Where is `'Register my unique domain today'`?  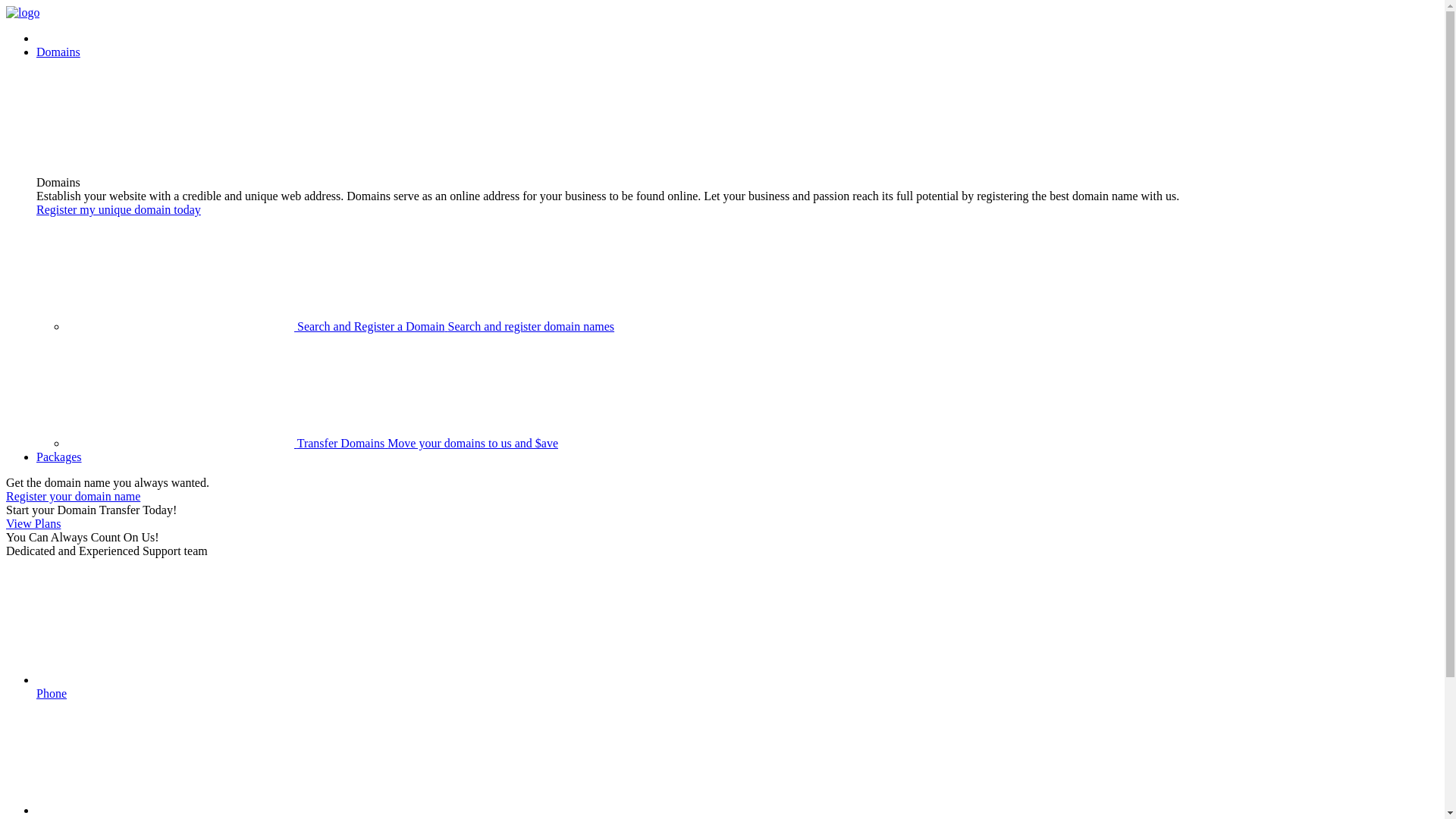
'Register my unique domain today' is located at coordinates (118, 209).